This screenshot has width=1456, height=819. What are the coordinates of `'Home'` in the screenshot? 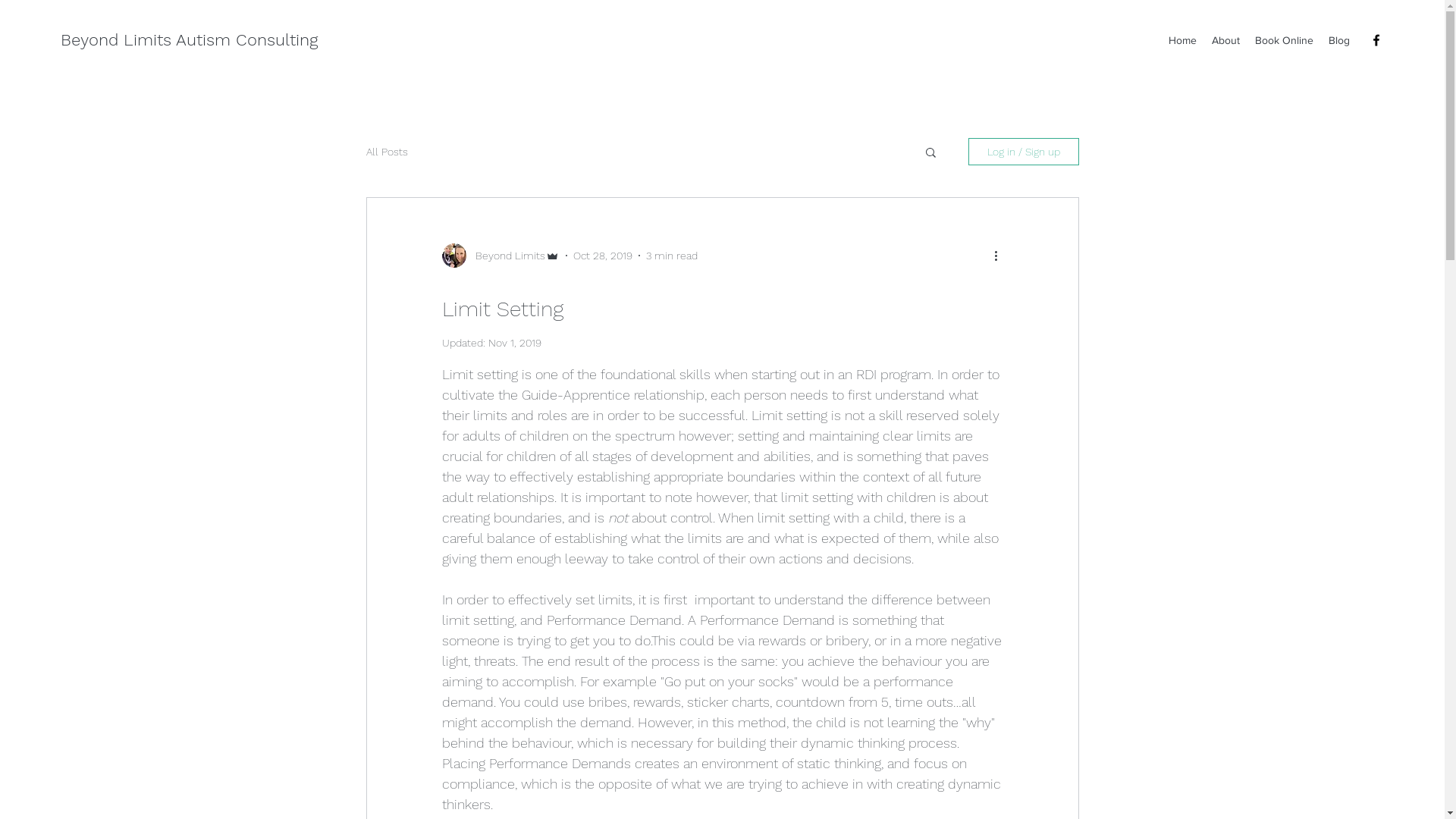 It's located at (1181, 39).